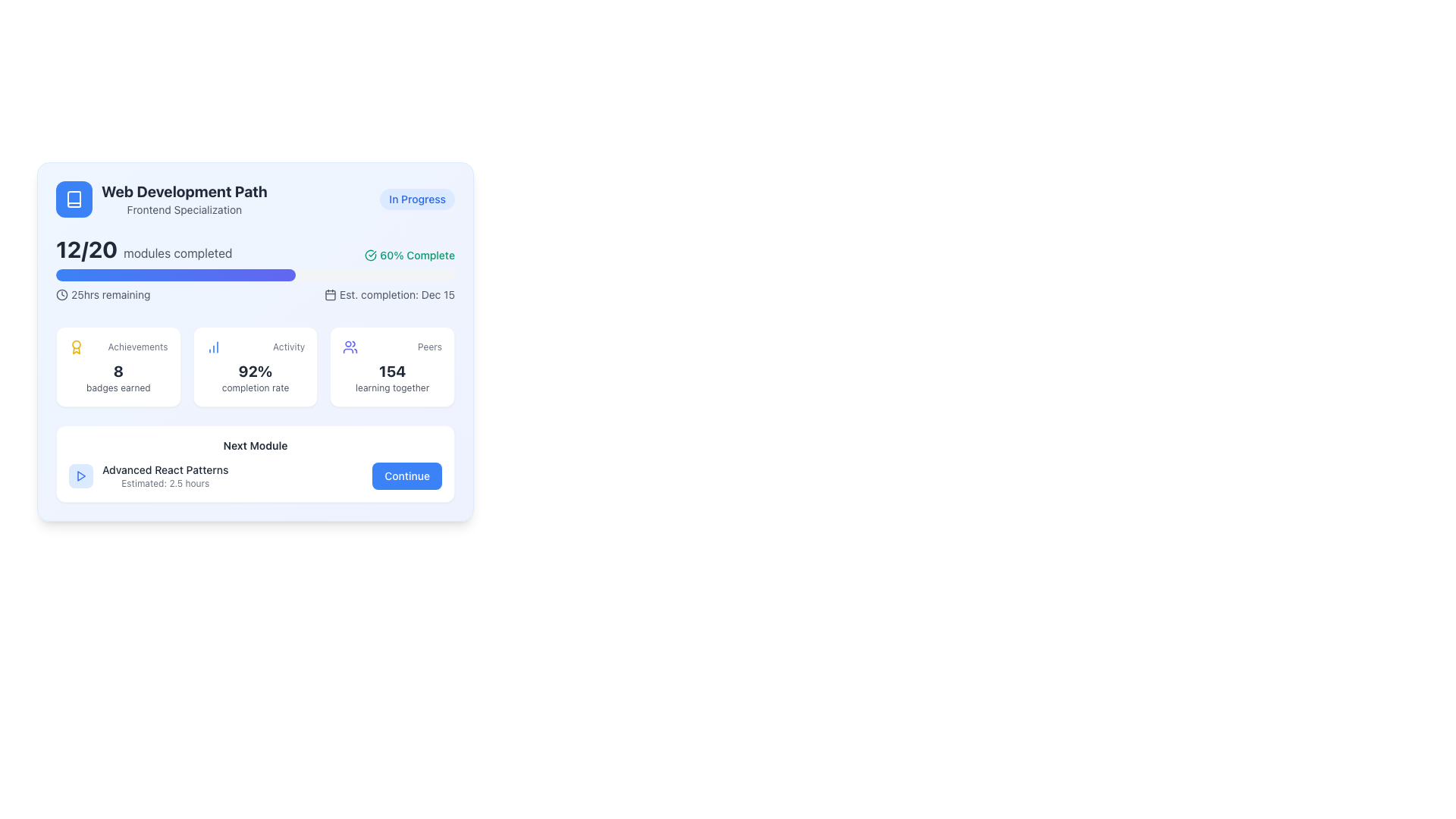 This screenshot has height=819, width=1456. I want to click on the 'Activity' informational card which is the second card in a row of three, featuring a blue chart icon and displaying '92%' as the completion rate, so click(255, 366).